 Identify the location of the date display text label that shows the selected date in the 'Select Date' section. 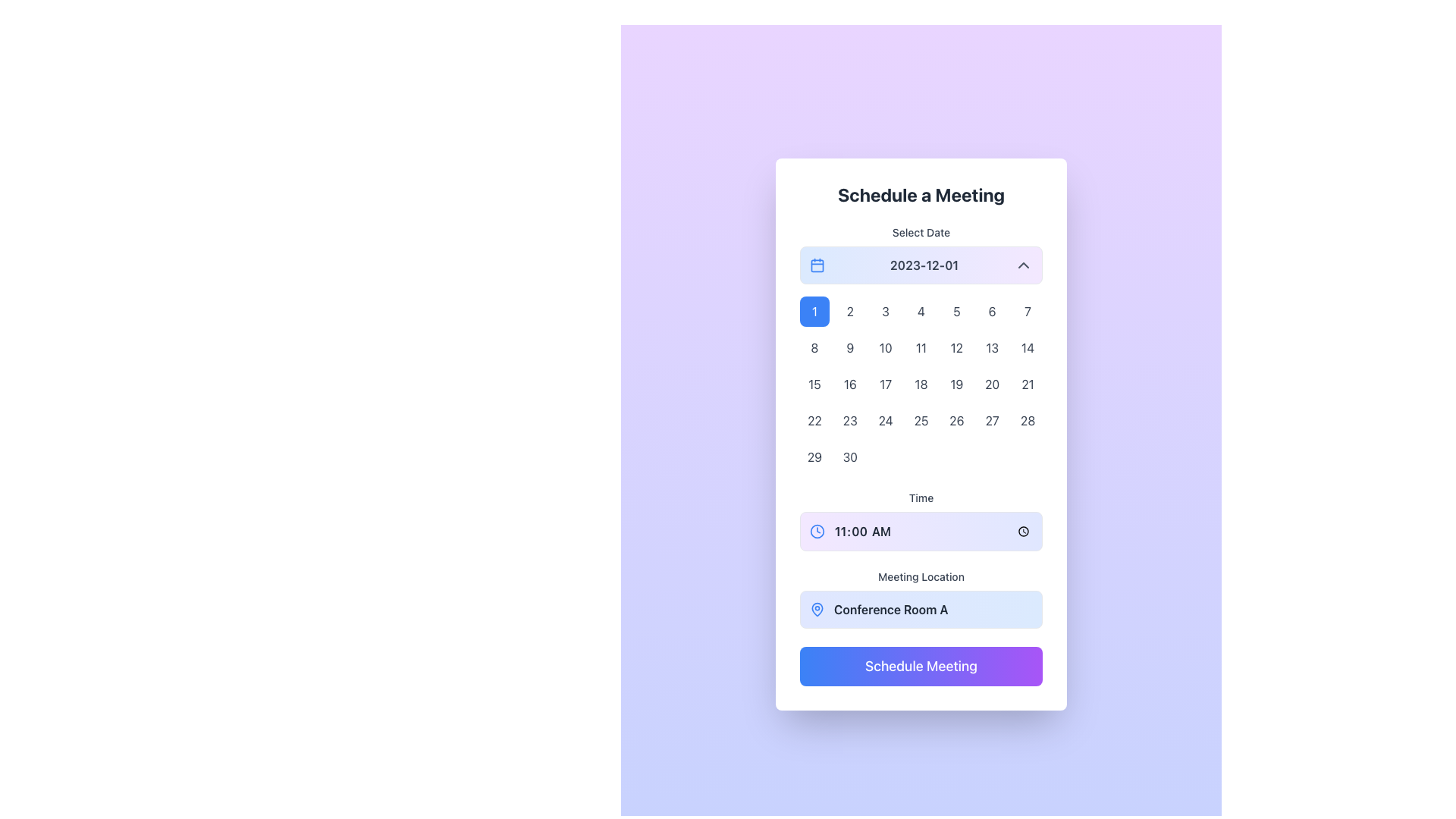
(924, 265).